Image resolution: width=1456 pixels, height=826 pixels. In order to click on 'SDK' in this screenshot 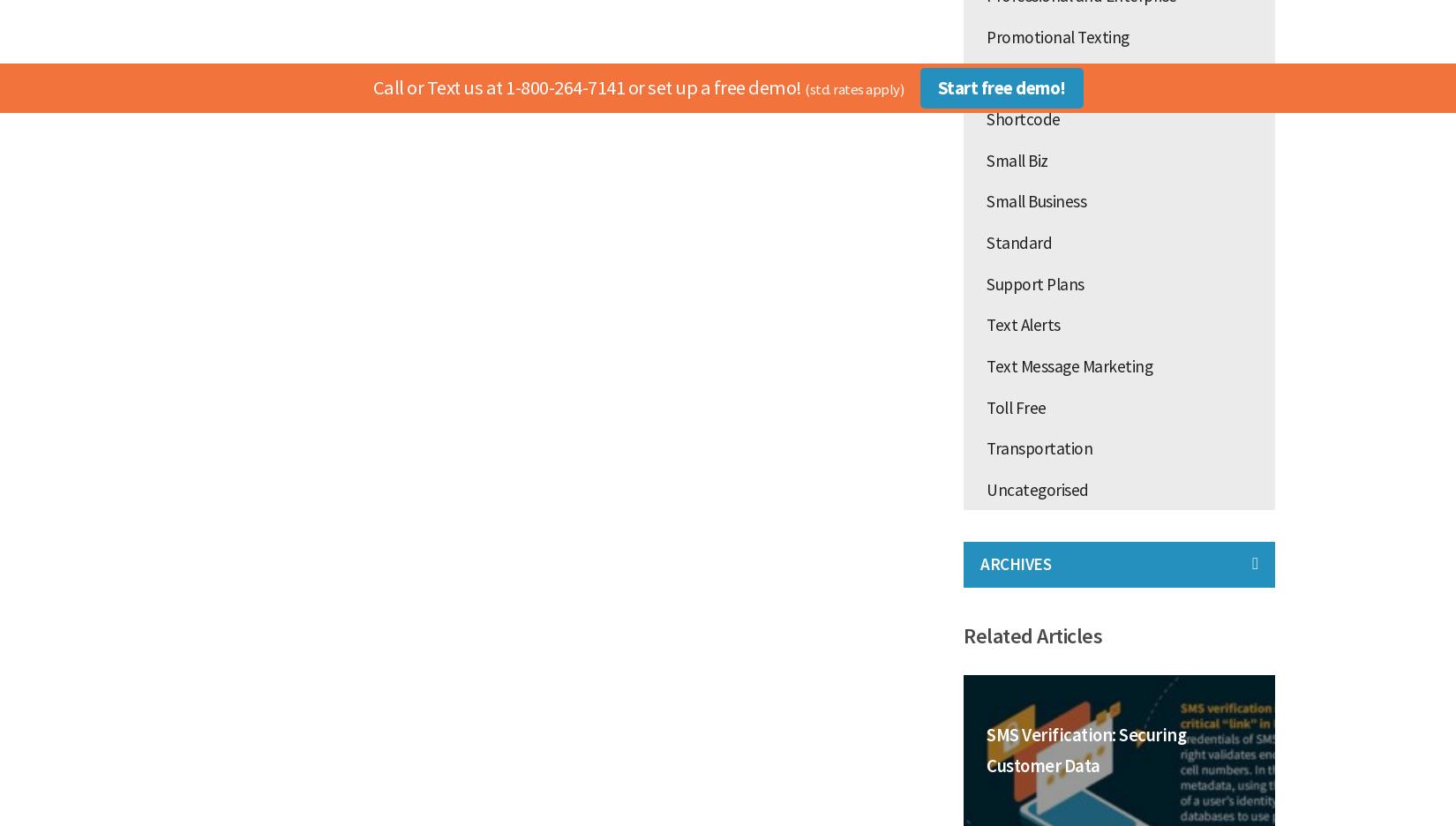, I will do `click(1000, 76)`.